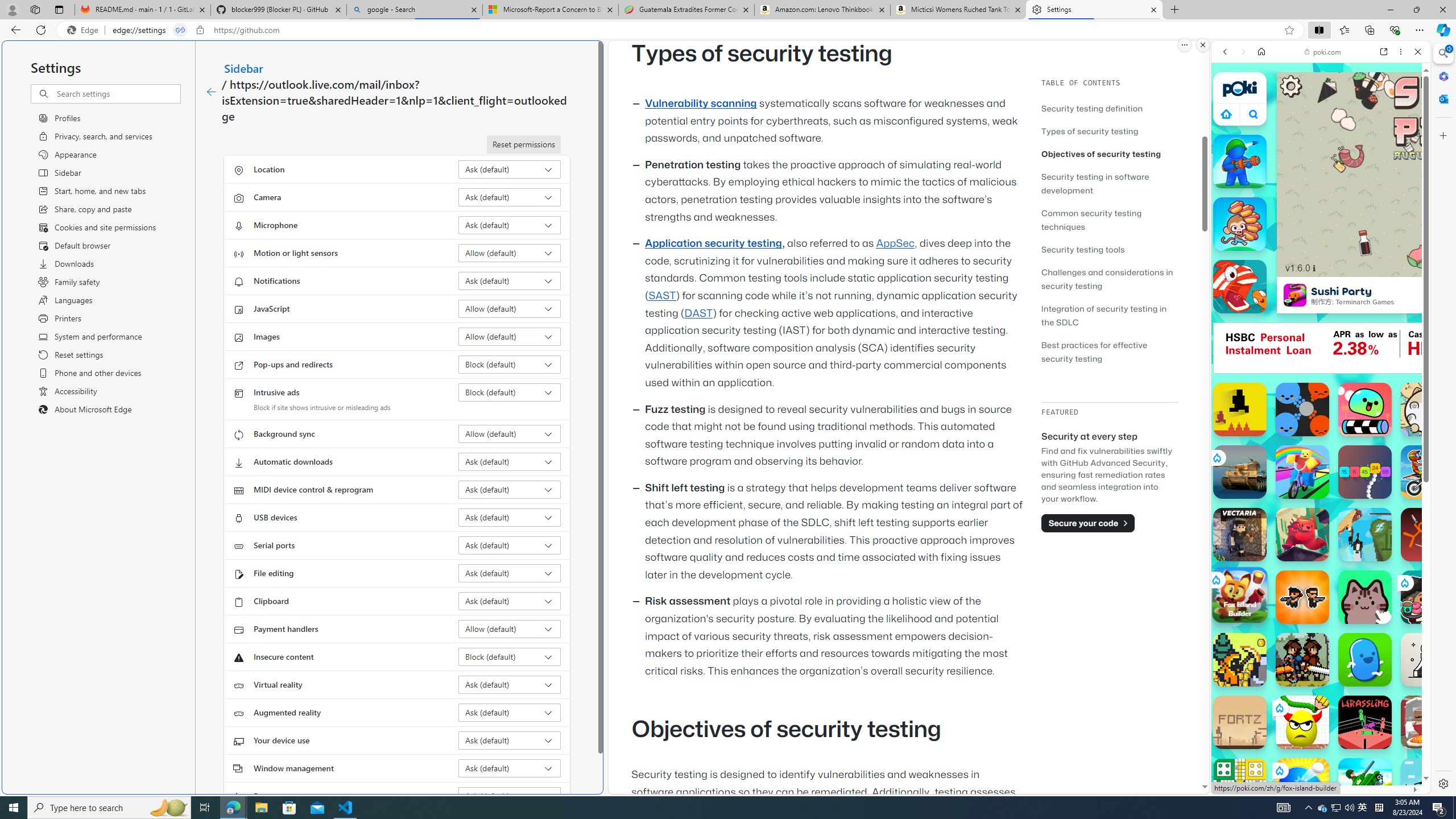 The image size is (1456, 819). Describe the element at coordinates (1239, 722) in the screenshot. I see `'Fortz Fortz'` at that location.